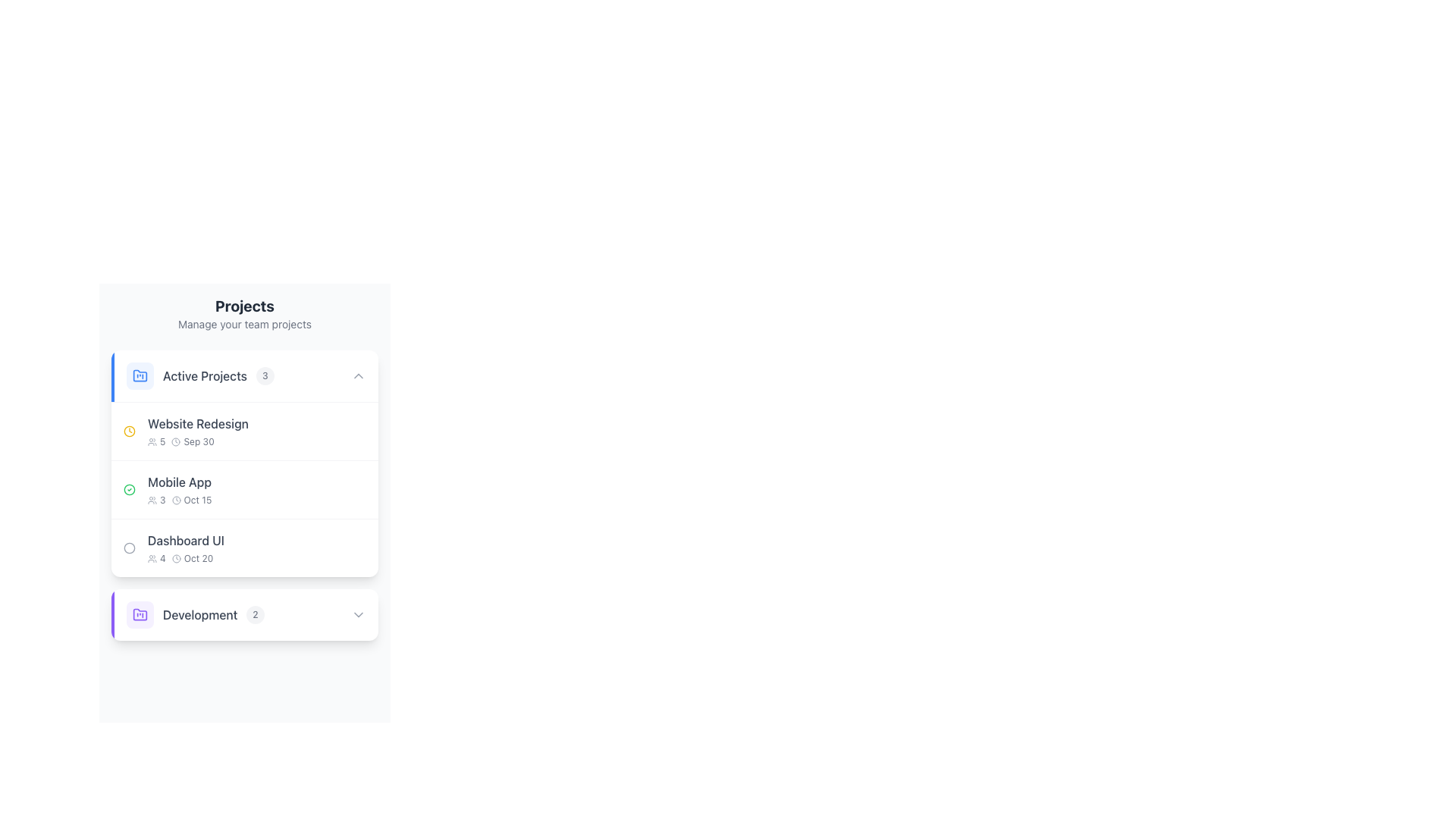  Describe the element at coordinates (355, 548) in the screenshot. I see `the small circular graphical component indicating a status or alert, located near the bottom-right corner of the 'Dashboard UI' in the 'Active Projects' list` at that location.